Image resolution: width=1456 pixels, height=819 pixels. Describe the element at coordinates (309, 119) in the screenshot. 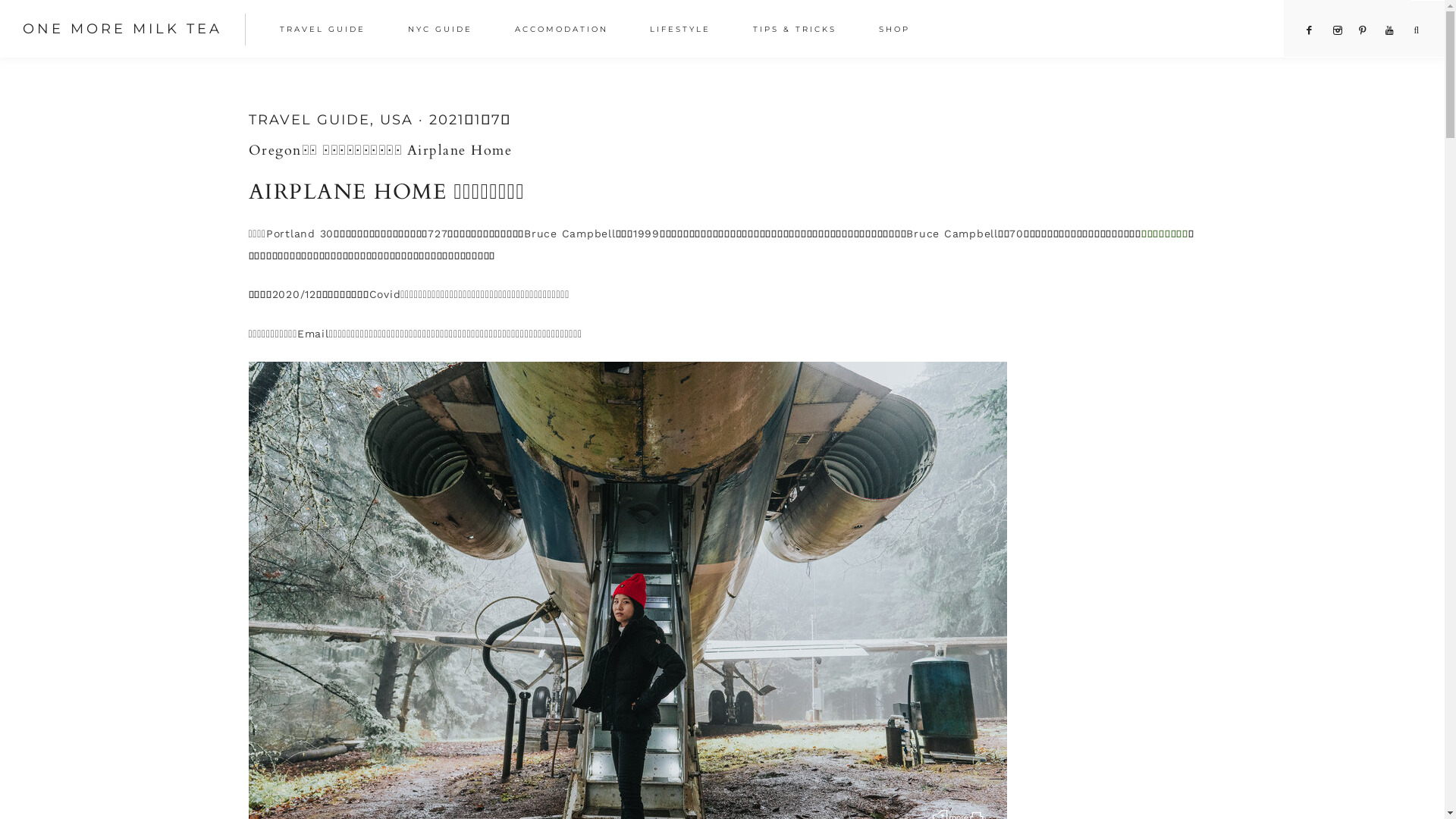

I see `'TRAVEL GUIDE'` at that location.